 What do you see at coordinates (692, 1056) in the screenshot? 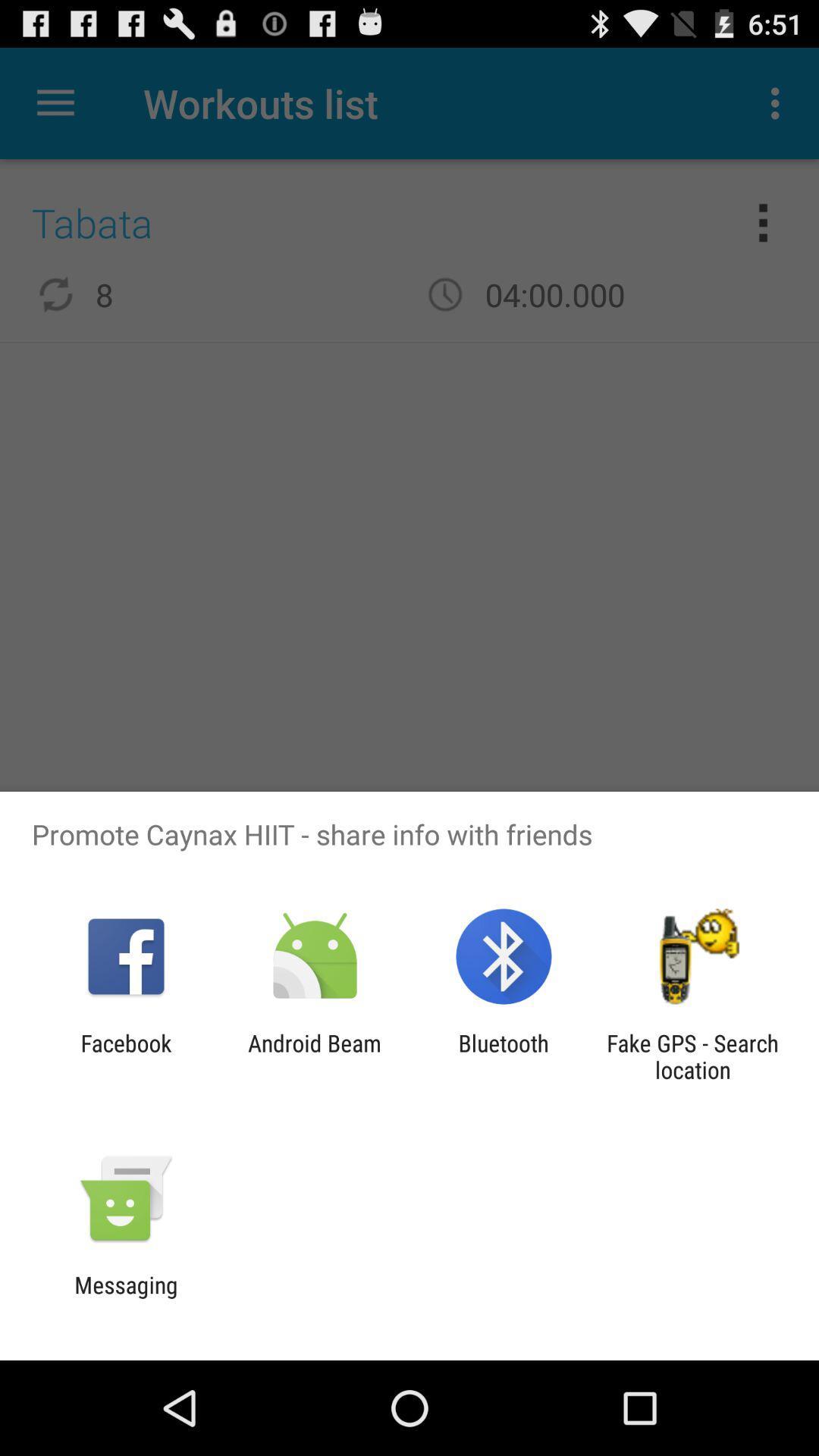
I see `item at the bottom right corner` at bounding box center [692, 1056].